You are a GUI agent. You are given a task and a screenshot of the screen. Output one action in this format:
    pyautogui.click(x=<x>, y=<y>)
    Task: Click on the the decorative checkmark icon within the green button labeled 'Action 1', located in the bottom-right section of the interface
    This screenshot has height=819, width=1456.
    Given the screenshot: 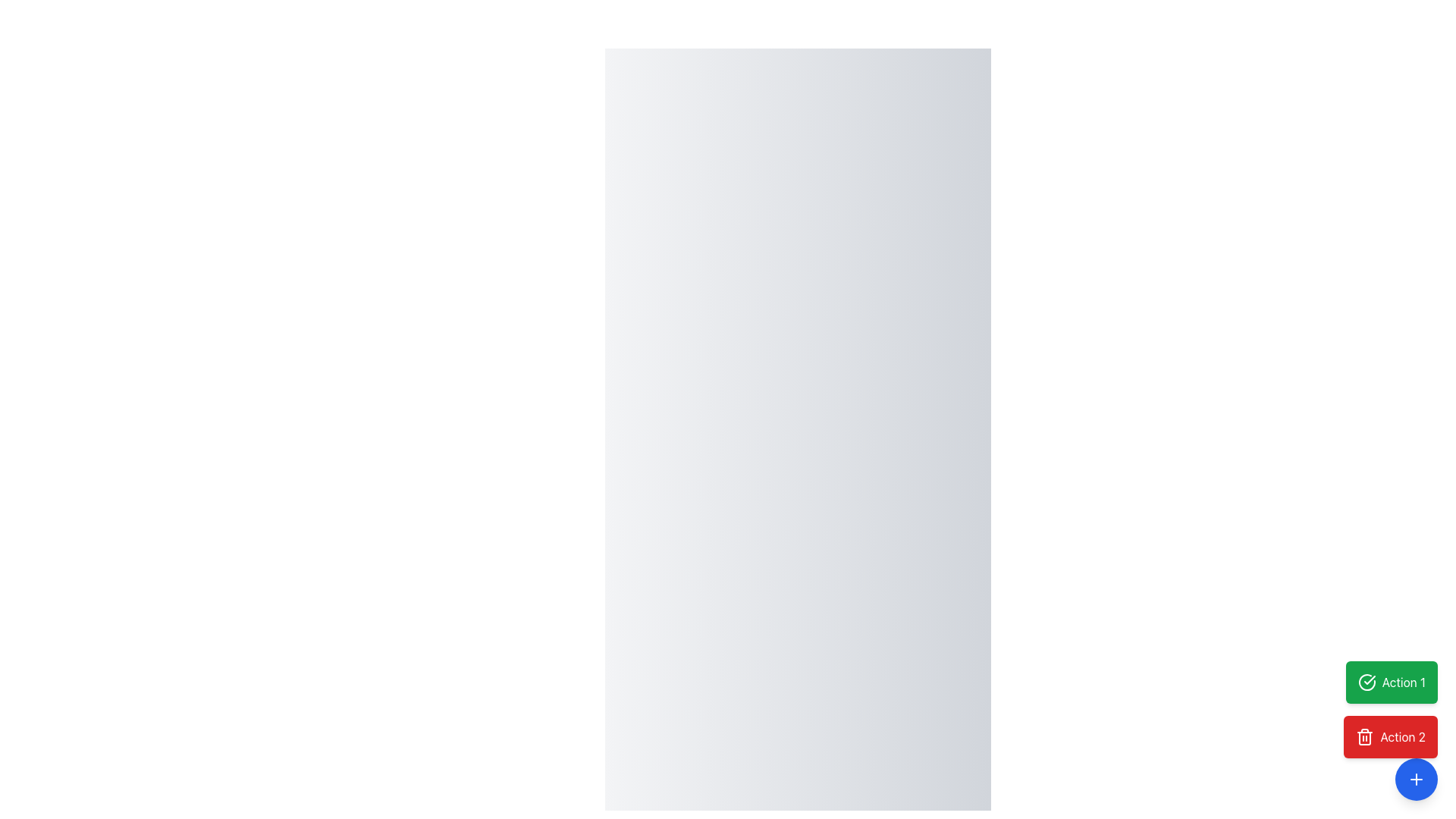 What is the action you would take?
    pyautogui.click(x=1370, y=679)
    